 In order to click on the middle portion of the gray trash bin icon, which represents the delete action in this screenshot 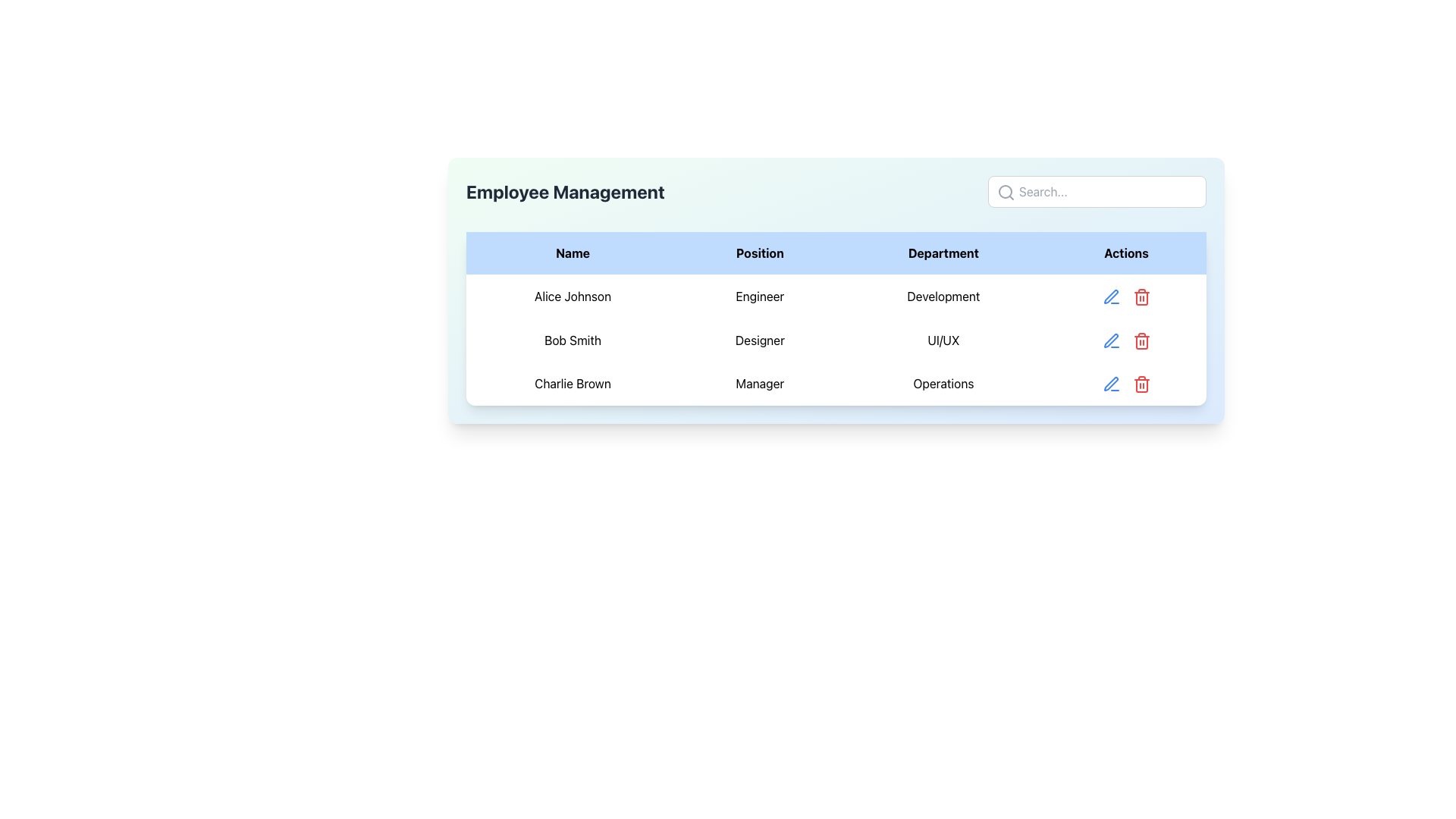, I will do `click(1141, 298)`.